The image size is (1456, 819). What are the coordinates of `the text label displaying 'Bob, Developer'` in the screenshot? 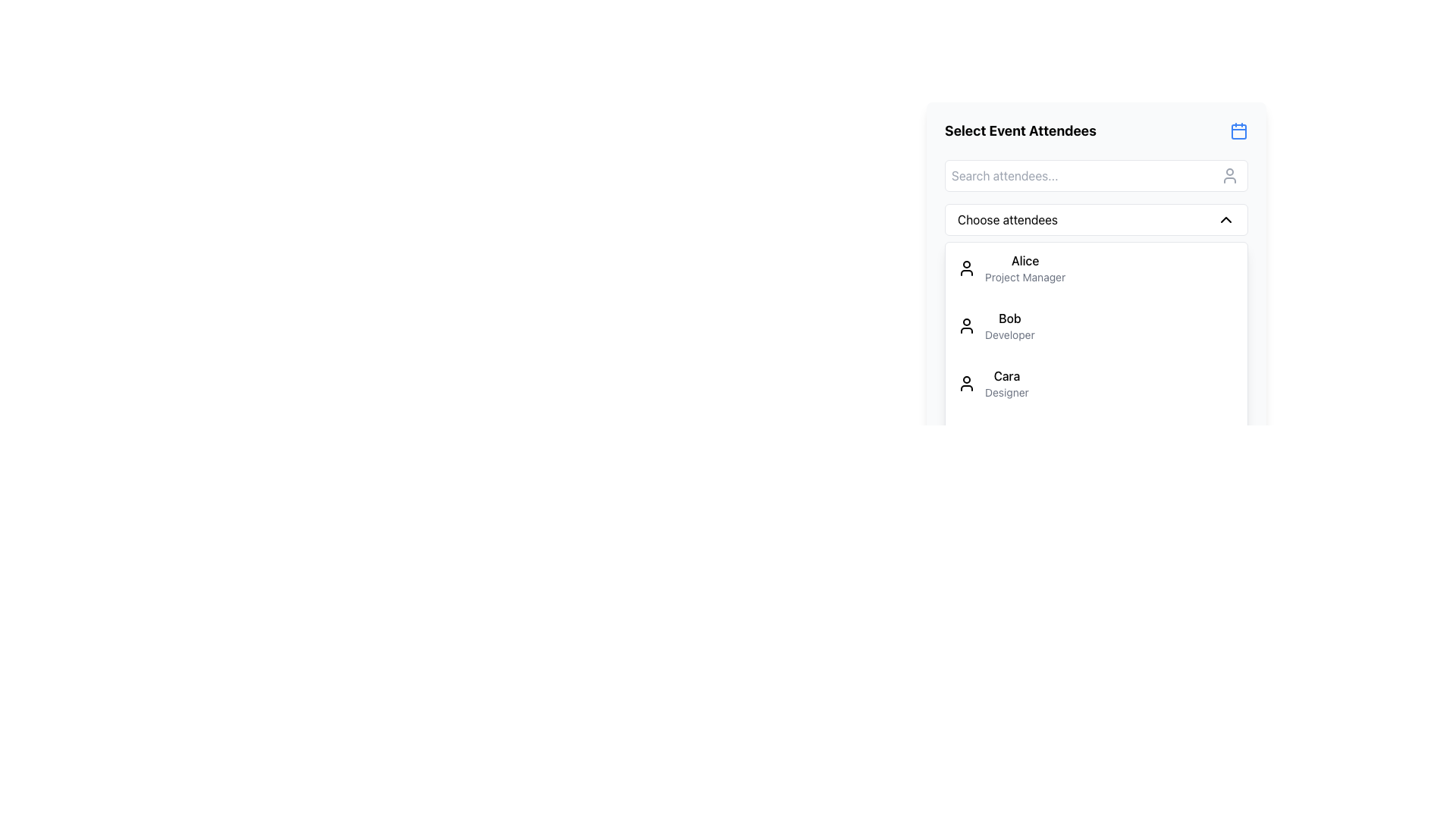 It's located at (1009, 325).